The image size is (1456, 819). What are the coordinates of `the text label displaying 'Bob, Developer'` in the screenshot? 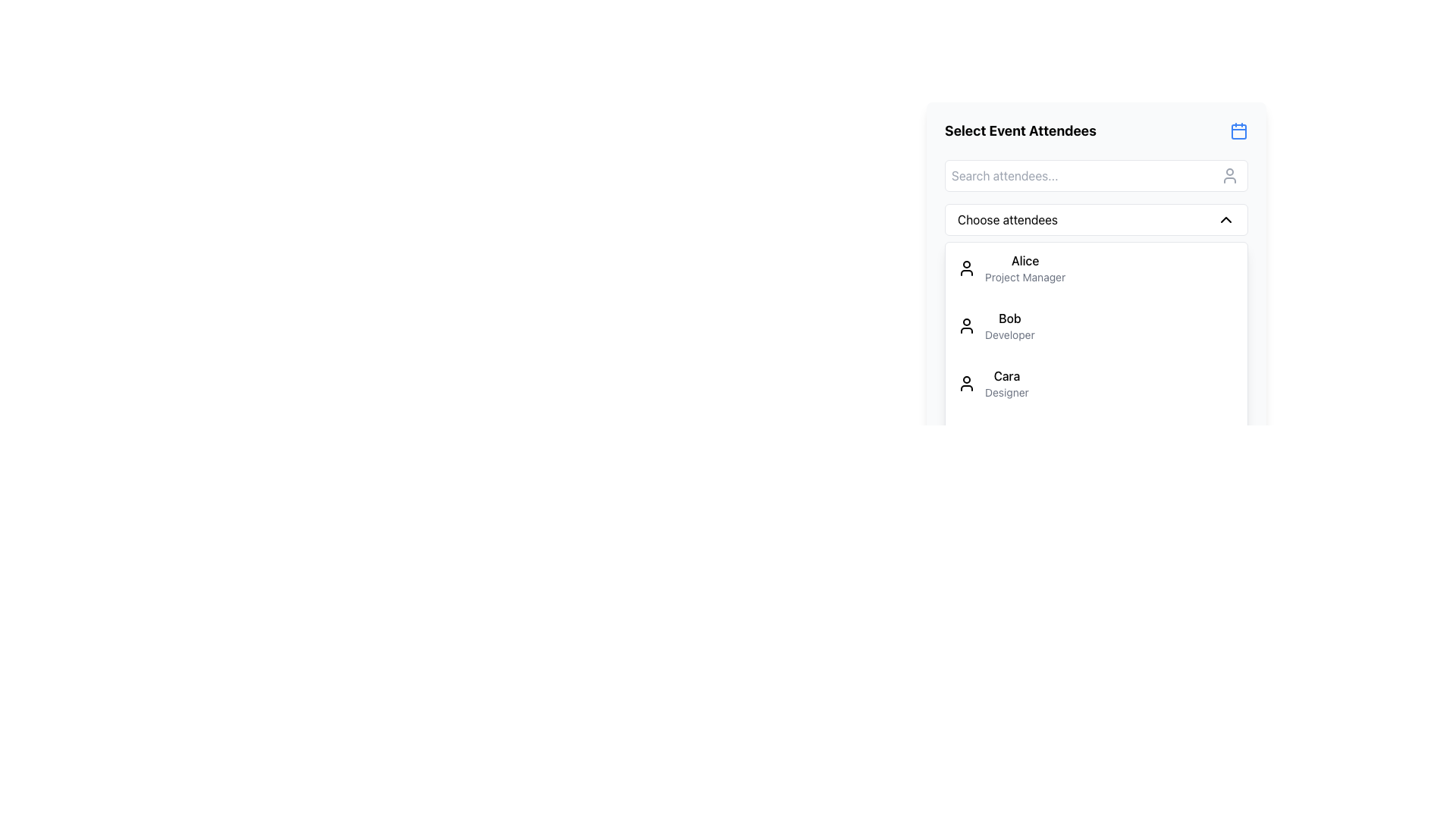 It's located at (1009, 325).